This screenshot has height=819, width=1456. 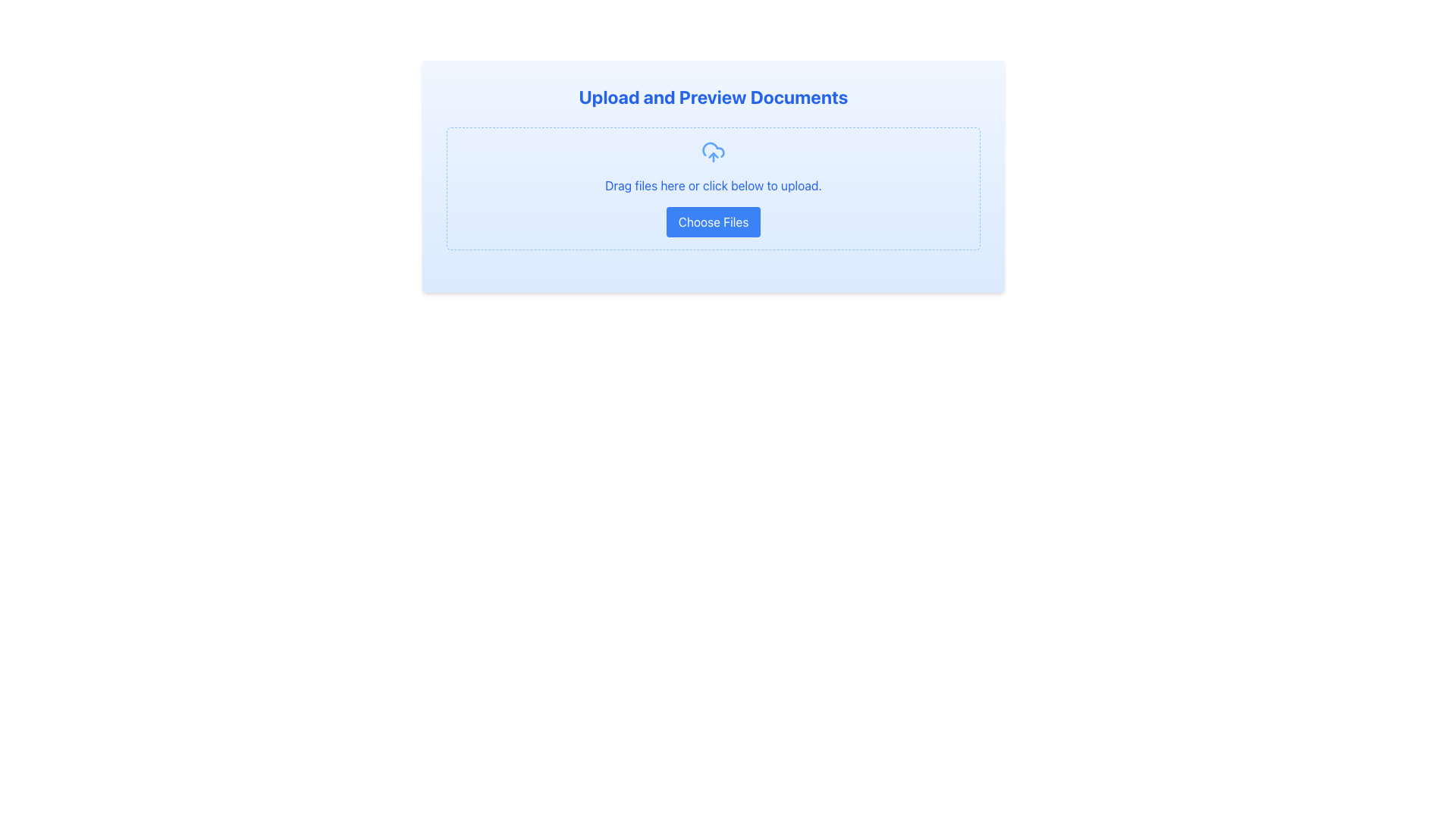 I want to click on the File upload area with a supporting button, which features a dashed border, light blue background, and a blue 'Choose Files' button underneath a cloud upload icon, so click(x=712, y=188).